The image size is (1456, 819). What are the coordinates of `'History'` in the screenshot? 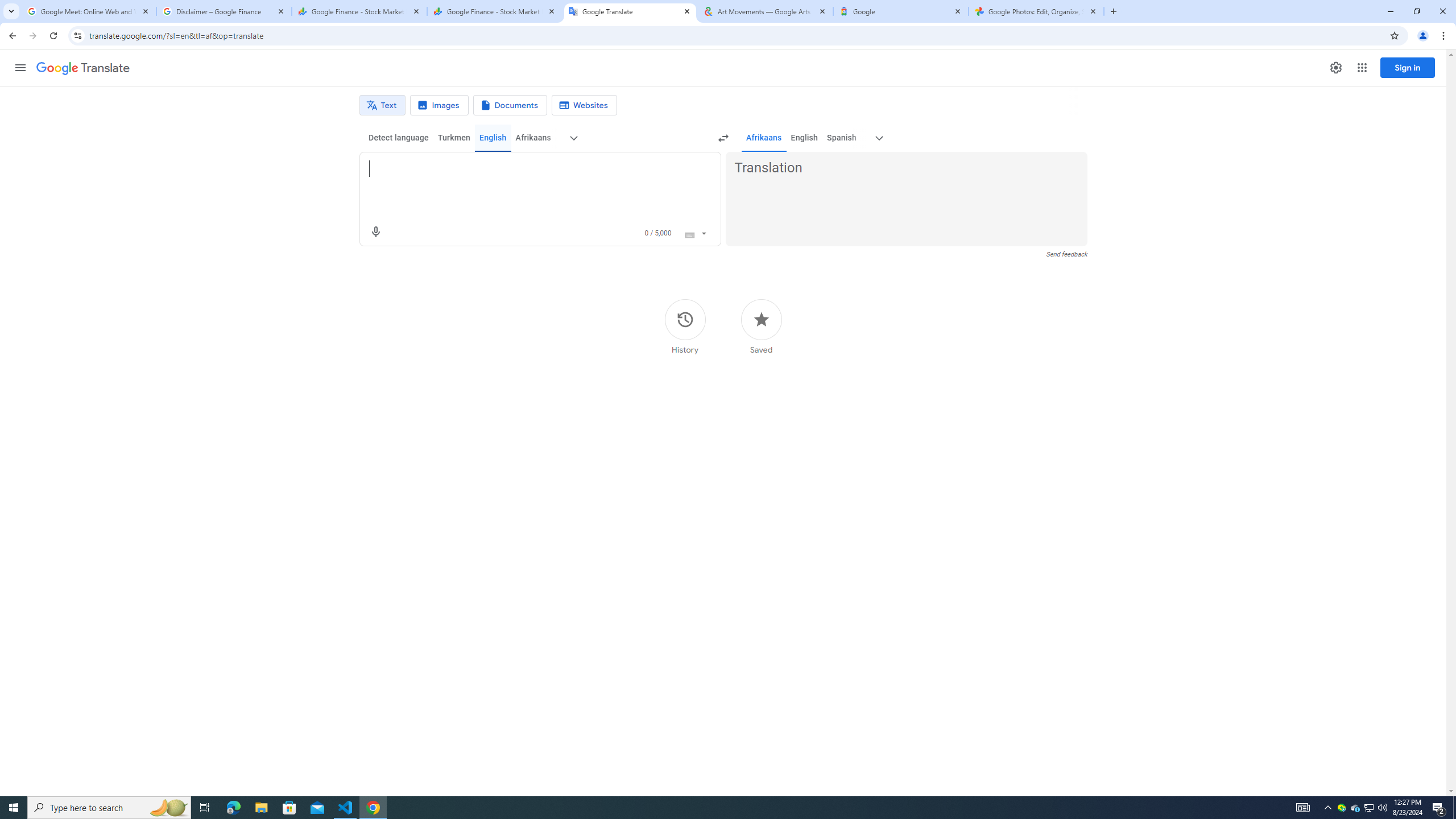 It's located at (684, 326).